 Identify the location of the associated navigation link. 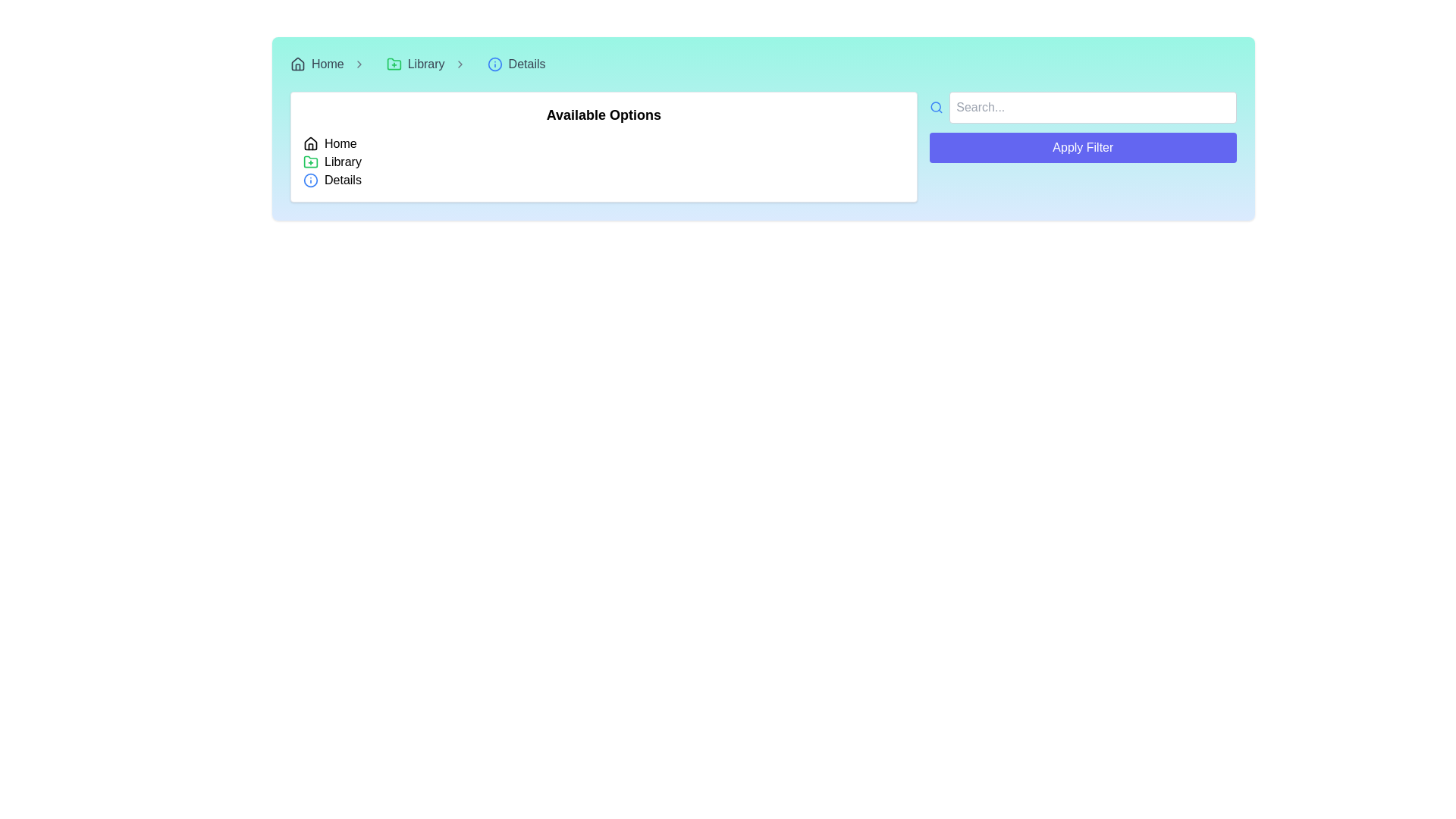
(527, 63).